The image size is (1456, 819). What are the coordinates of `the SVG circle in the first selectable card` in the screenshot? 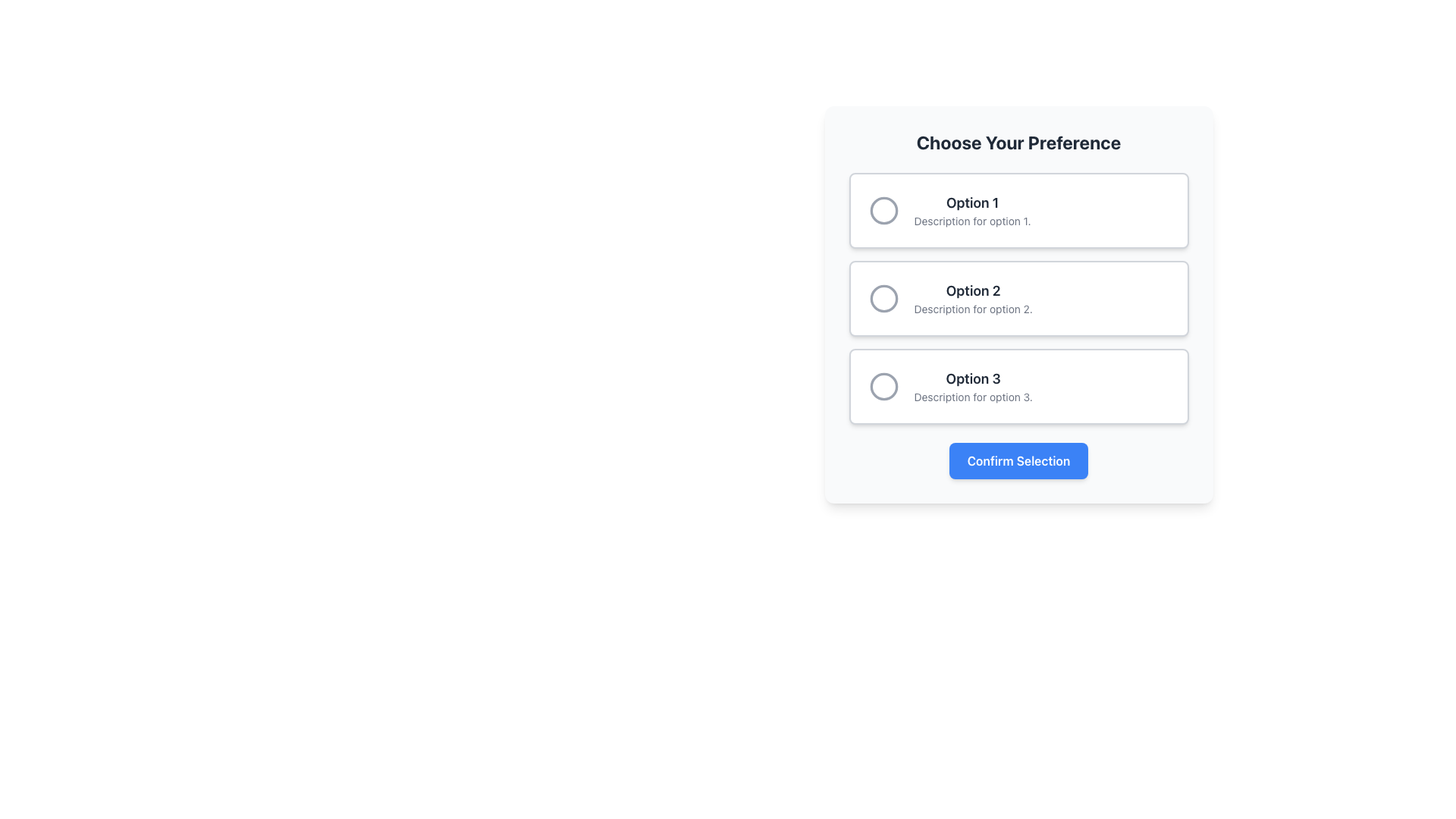 It's located at (883, 210).